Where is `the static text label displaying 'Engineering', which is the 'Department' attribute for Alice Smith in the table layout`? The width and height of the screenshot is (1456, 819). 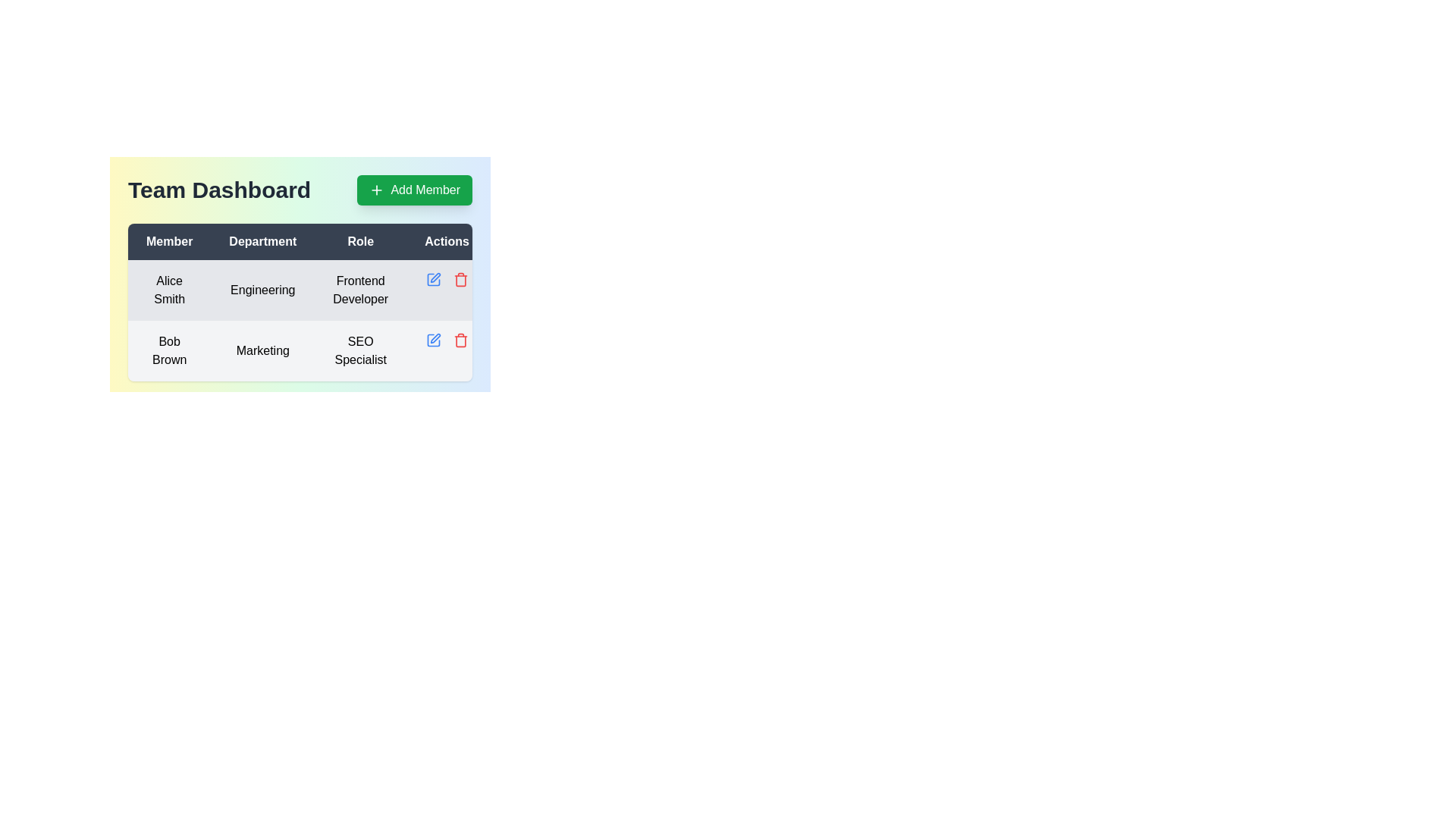
the static text label displaying 'Engineering', which is the 'Department' attribute for Alice Smith in the table layout is located at coordinates (262, 290).